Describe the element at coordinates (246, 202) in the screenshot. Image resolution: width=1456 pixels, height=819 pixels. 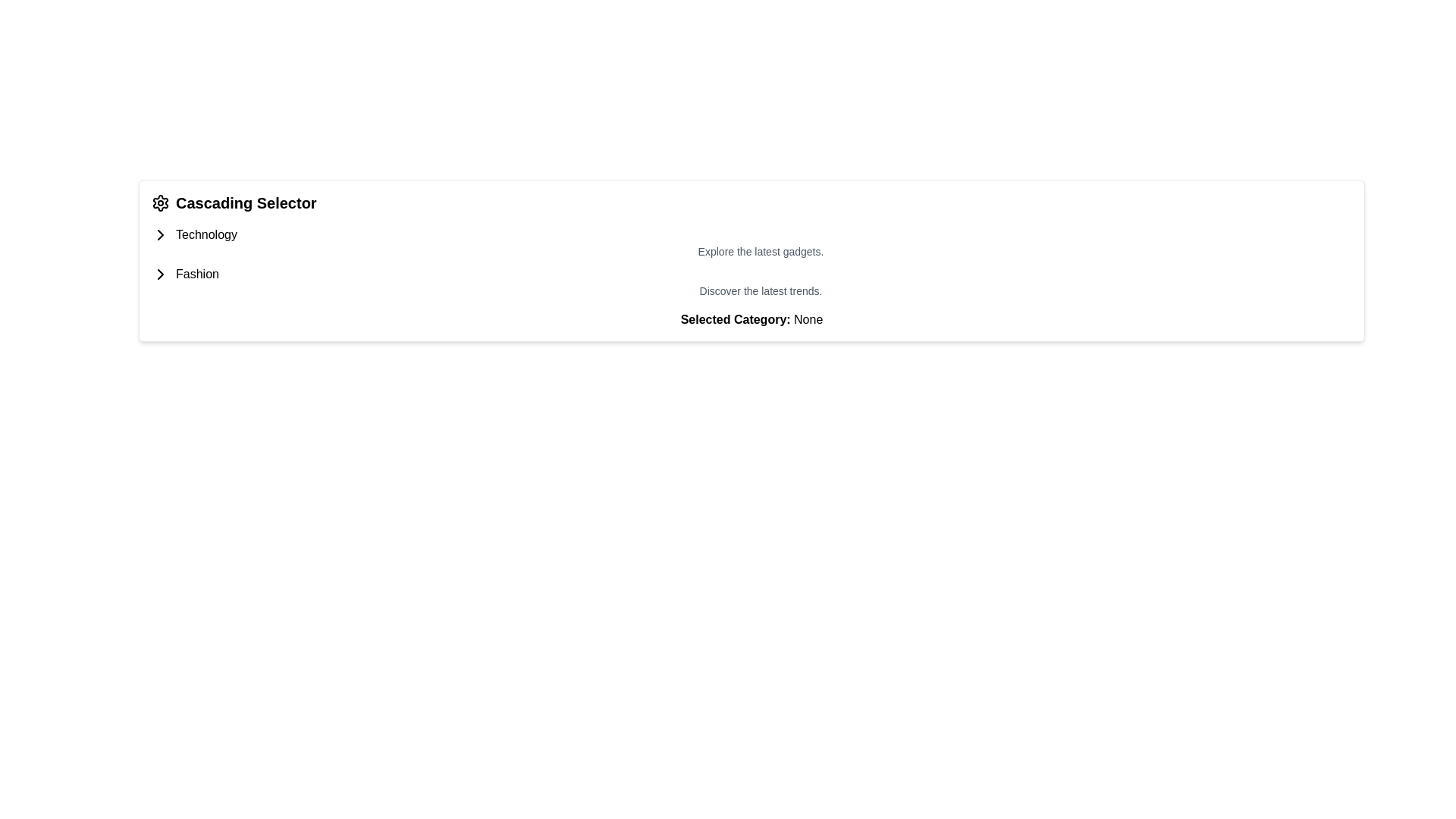
I see `the bold text label that reads 'Cascading Selector', which is positioned to the right of the gear icon` at that location.